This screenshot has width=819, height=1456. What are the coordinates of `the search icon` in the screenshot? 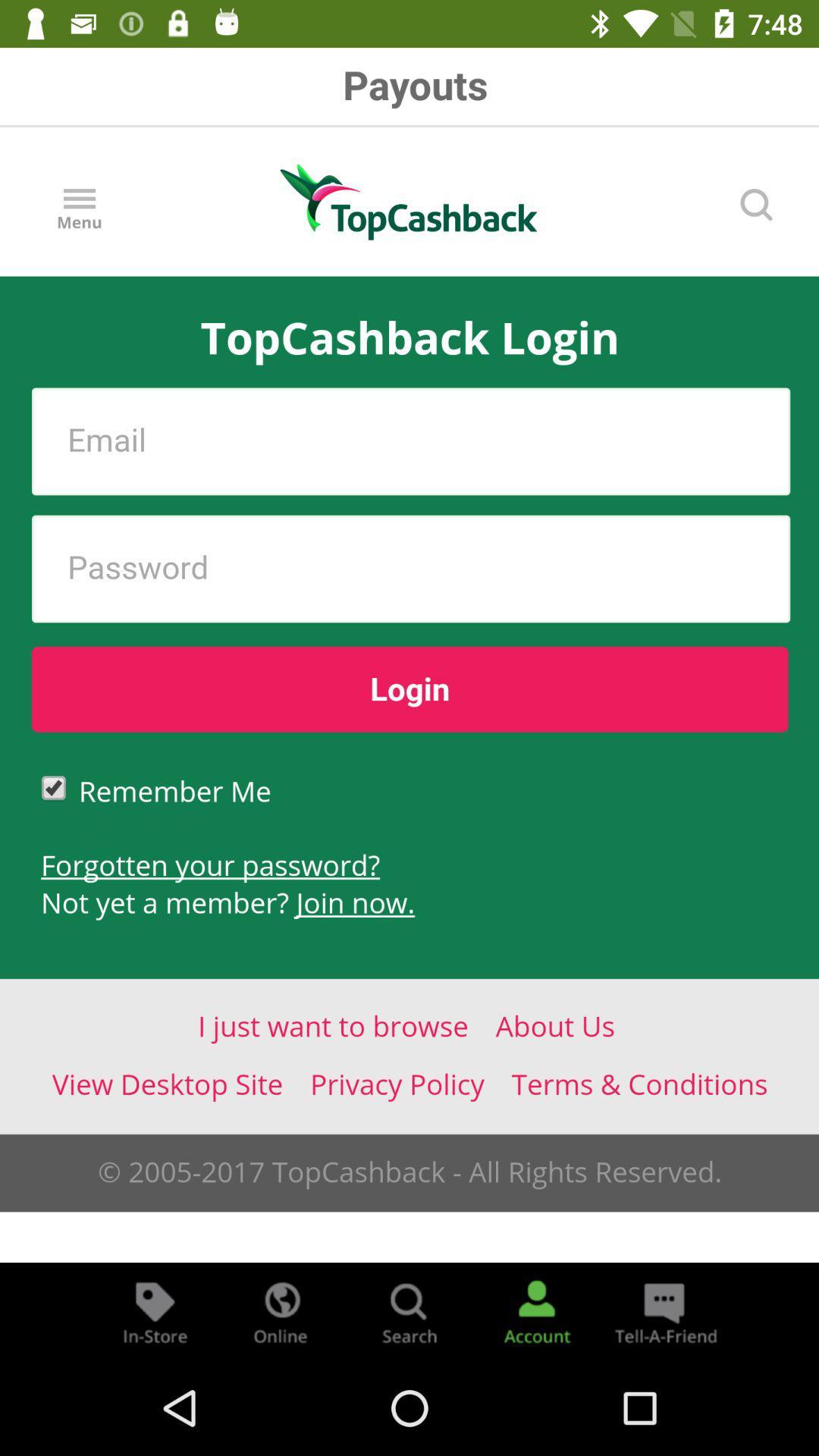 It's located at (409, 1310).